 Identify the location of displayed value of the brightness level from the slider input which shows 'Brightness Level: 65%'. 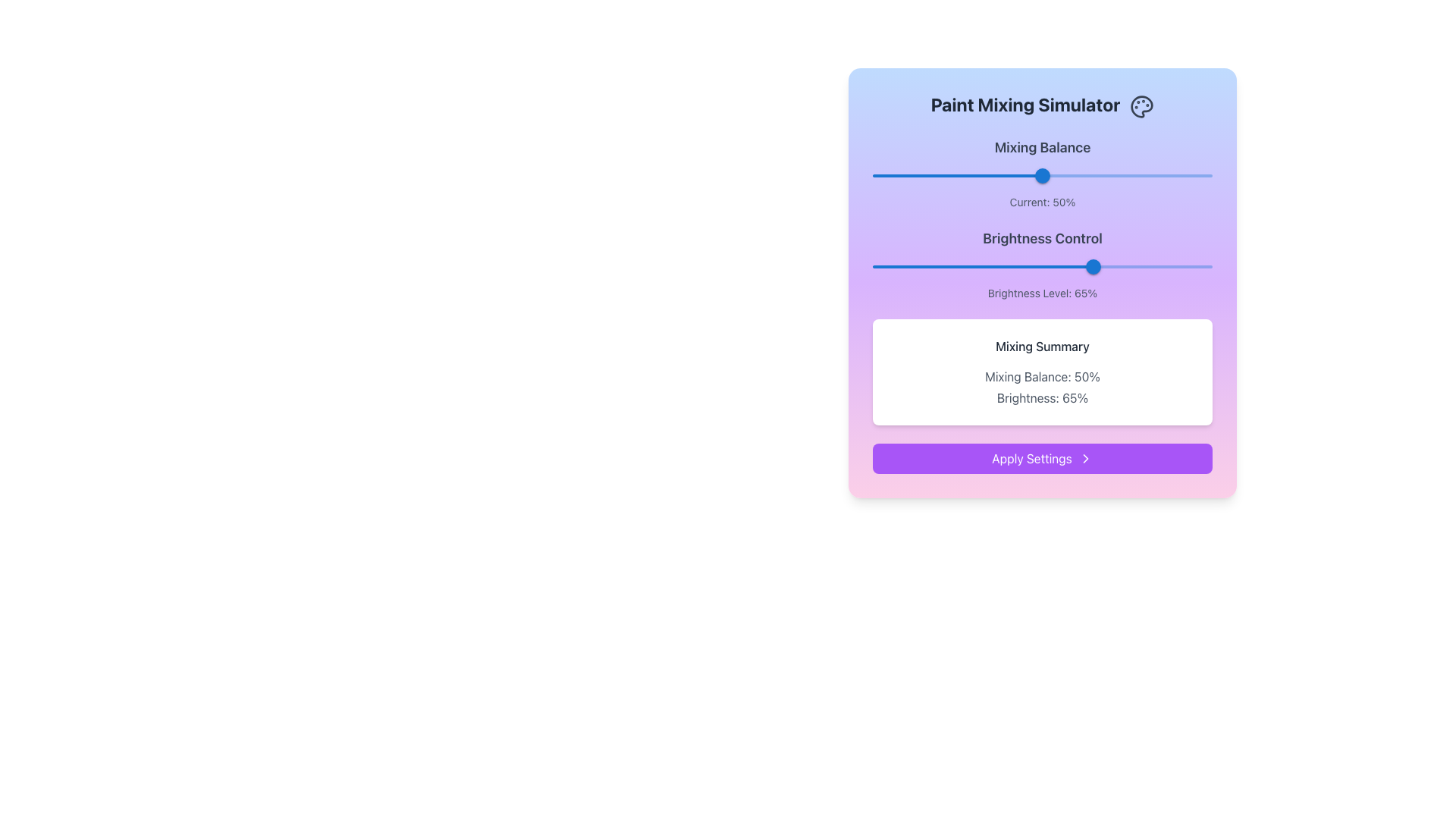
(1041, 262).